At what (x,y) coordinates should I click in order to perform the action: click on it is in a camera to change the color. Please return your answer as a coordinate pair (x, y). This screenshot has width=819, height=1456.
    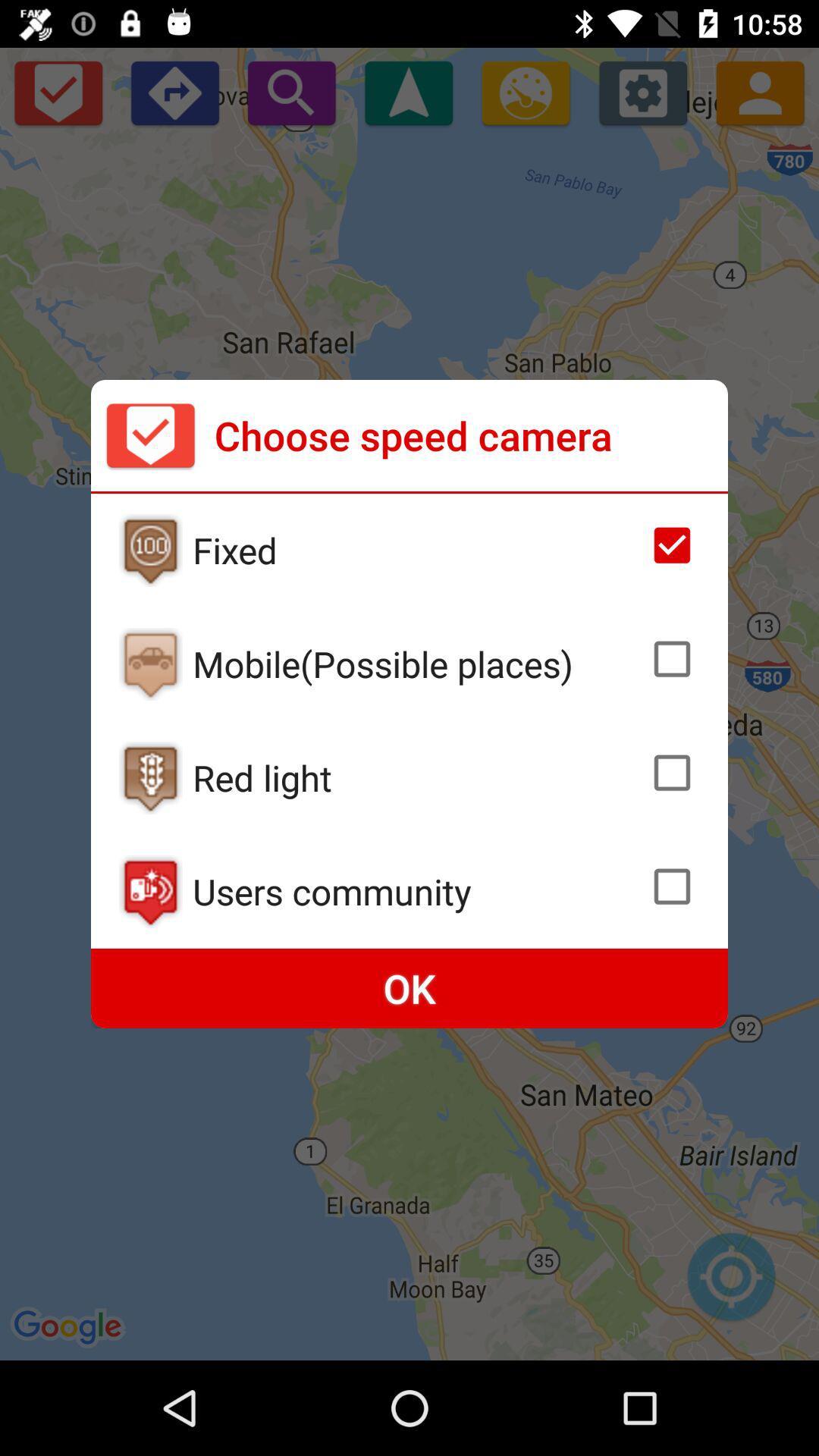
    Looking at the image, I should click on (150, 778).